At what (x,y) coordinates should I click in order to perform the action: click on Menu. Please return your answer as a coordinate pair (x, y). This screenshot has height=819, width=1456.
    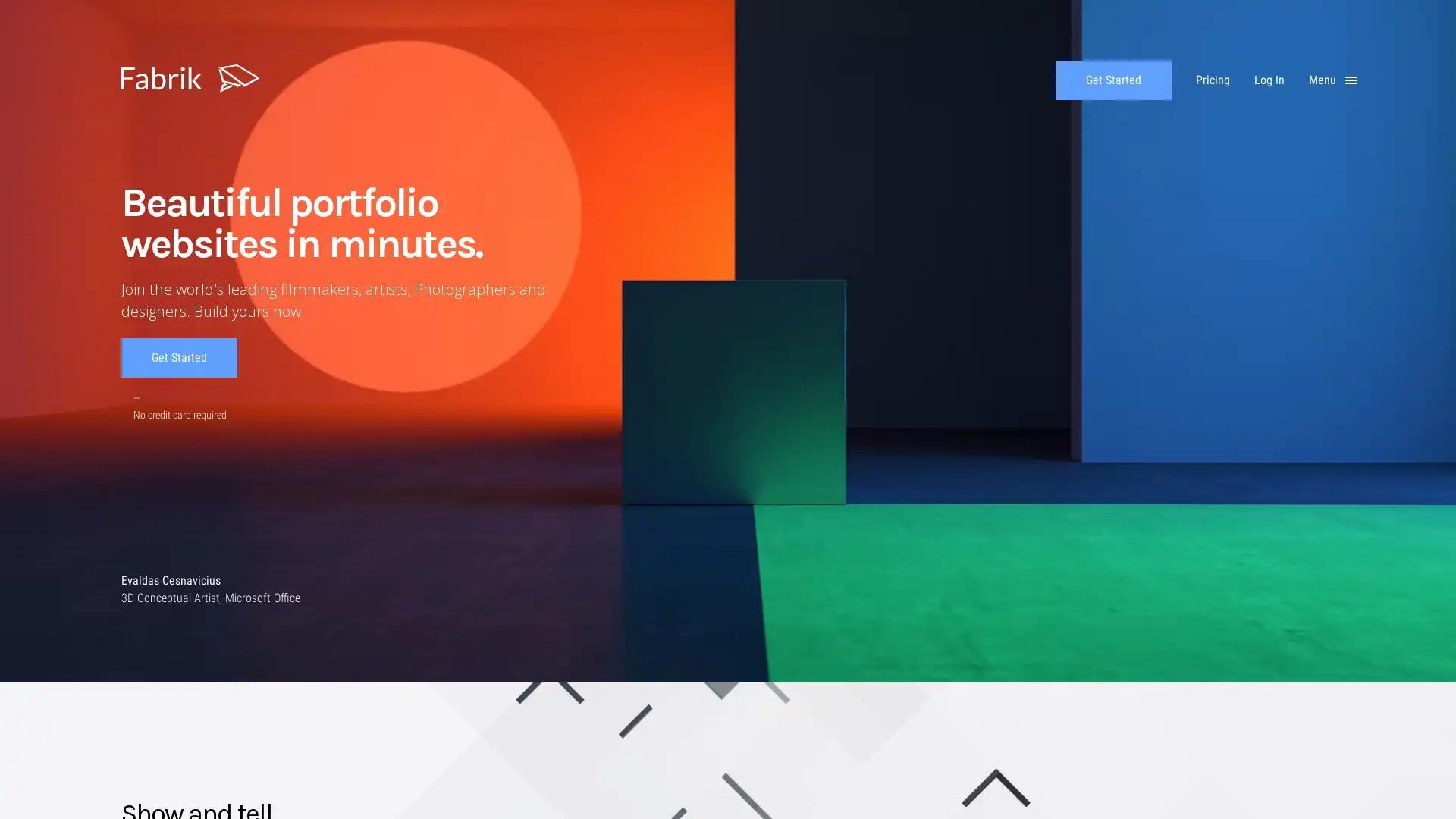
    Looking at the image, I should click on (1323, 80).